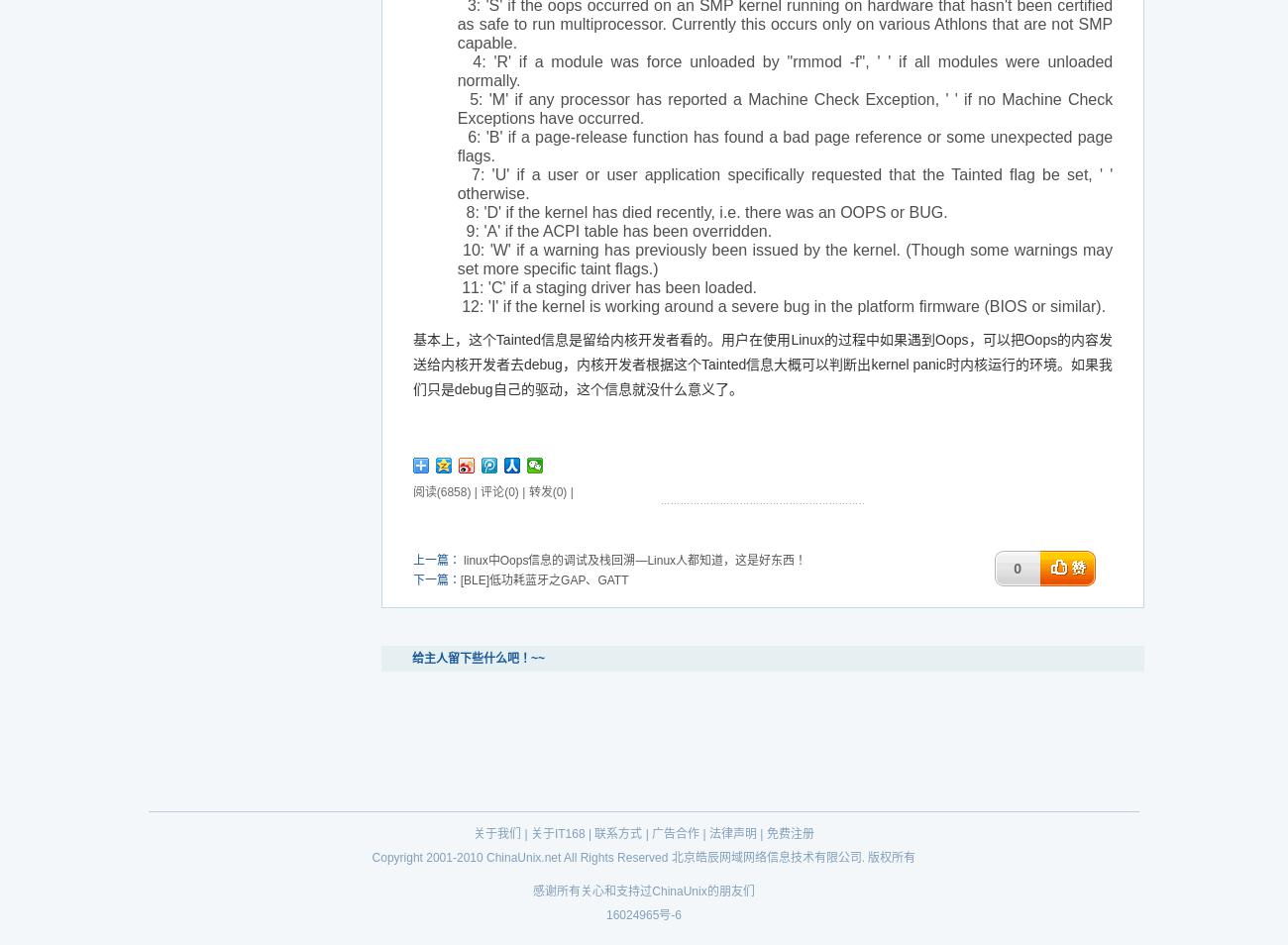 This screenshot has width=1288, height=945. Describe the element at coordinates (783, 259) in the screenshot. I see `'10: 'W' if a warning has previously been issued by the kernel. (Though some warnings may set more specific taint flags.)'` at that location.